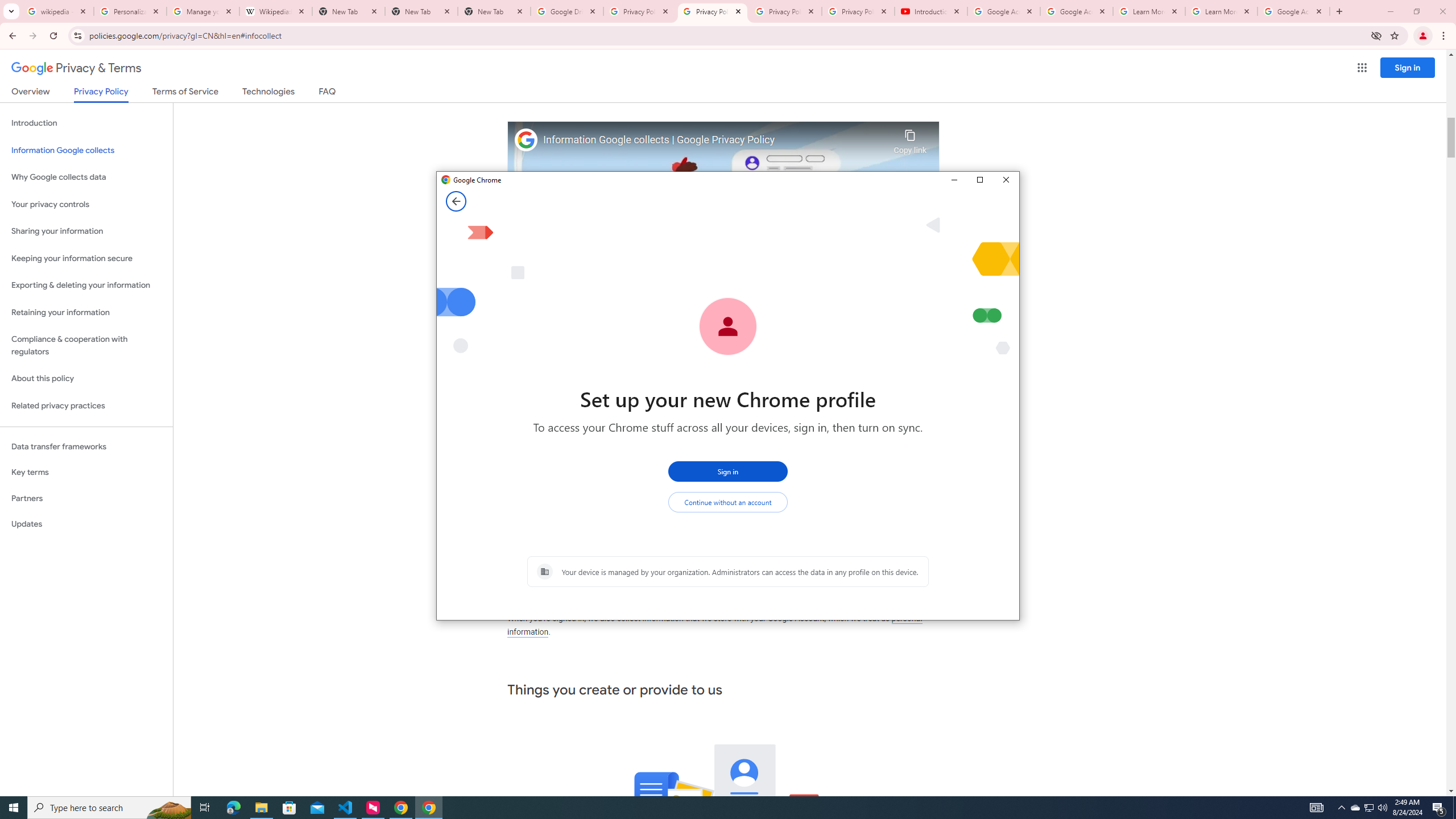 The width and height of the screenshot is (1456, 819). Describe the element at coordinates (86, 285) in the screenshot. I see `'Exporting & deleting your information'` at that location.